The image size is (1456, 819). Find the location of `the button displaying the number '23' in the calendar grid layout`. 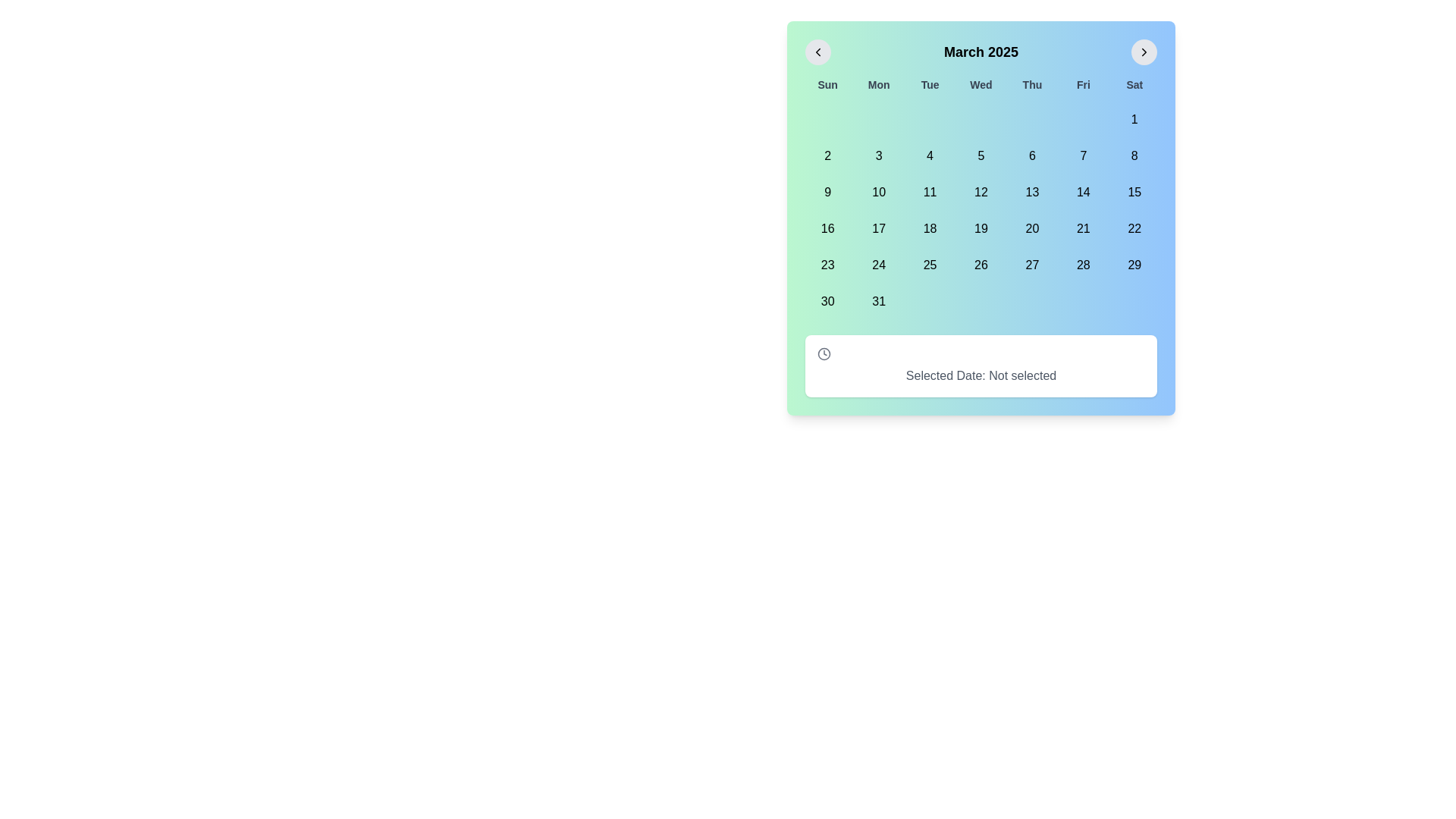

the button displaying the number '23' in the calendar grid layout is located at coordinates (827, 265).